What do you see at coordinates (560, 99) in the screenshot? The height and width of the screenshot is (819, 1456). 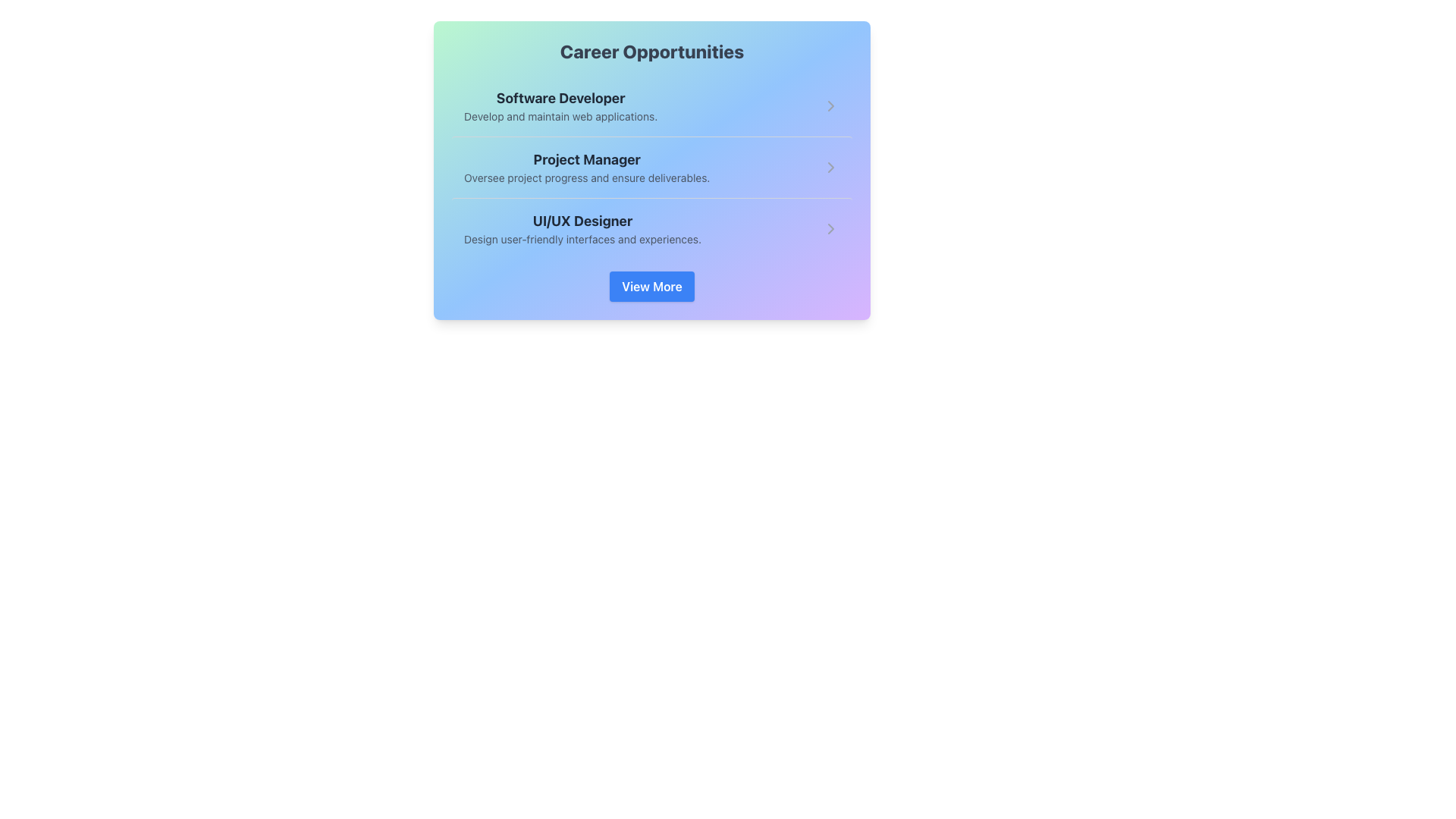 I see `text from the header label identifying the job title 'Software Developer', which is the first item in the 'Career Opportunities' section` at bounding box center [560, 99].